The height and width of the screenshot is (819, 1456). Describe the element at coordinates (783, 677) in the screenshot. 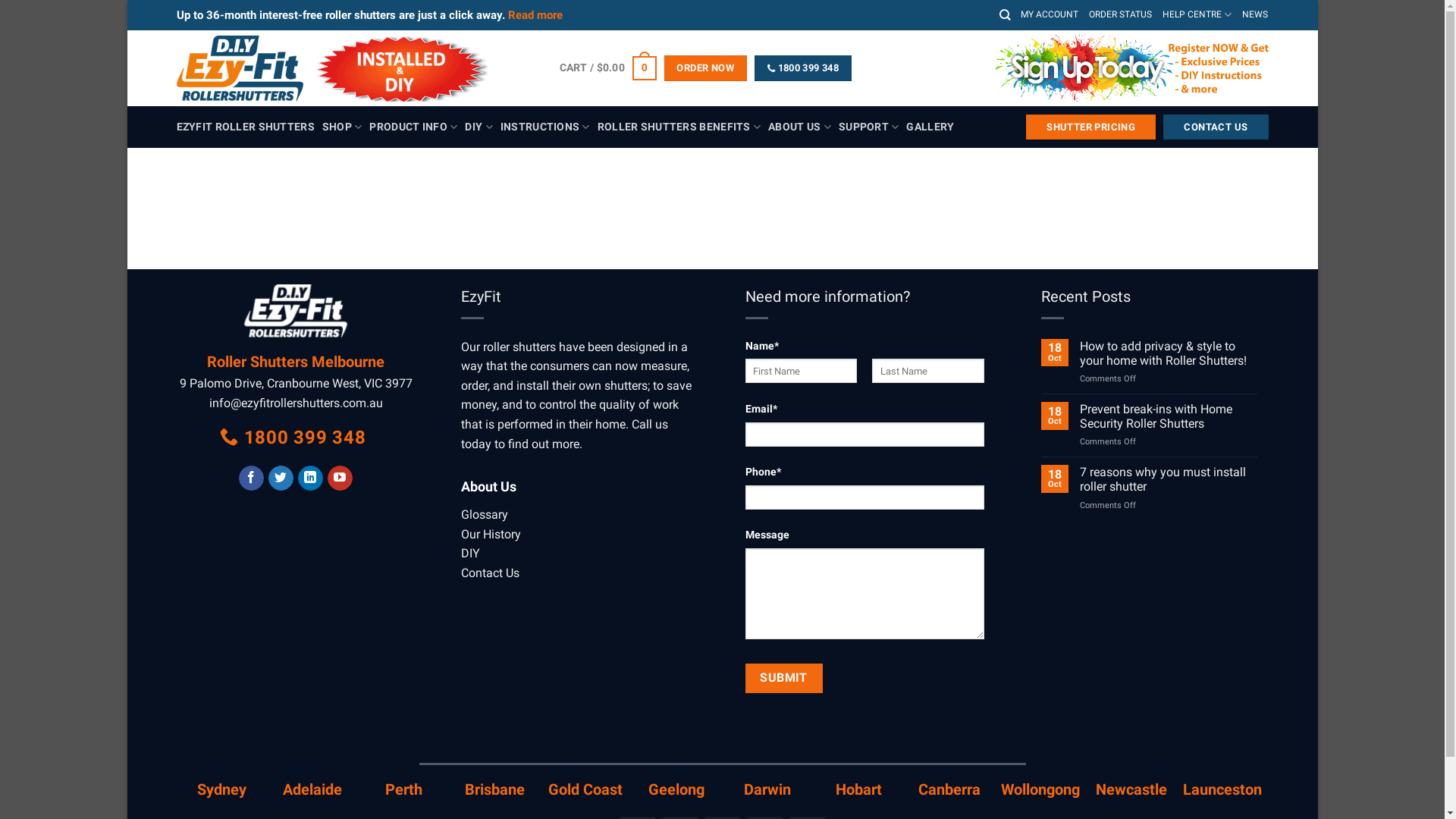

I see `'Submit'` at that location.